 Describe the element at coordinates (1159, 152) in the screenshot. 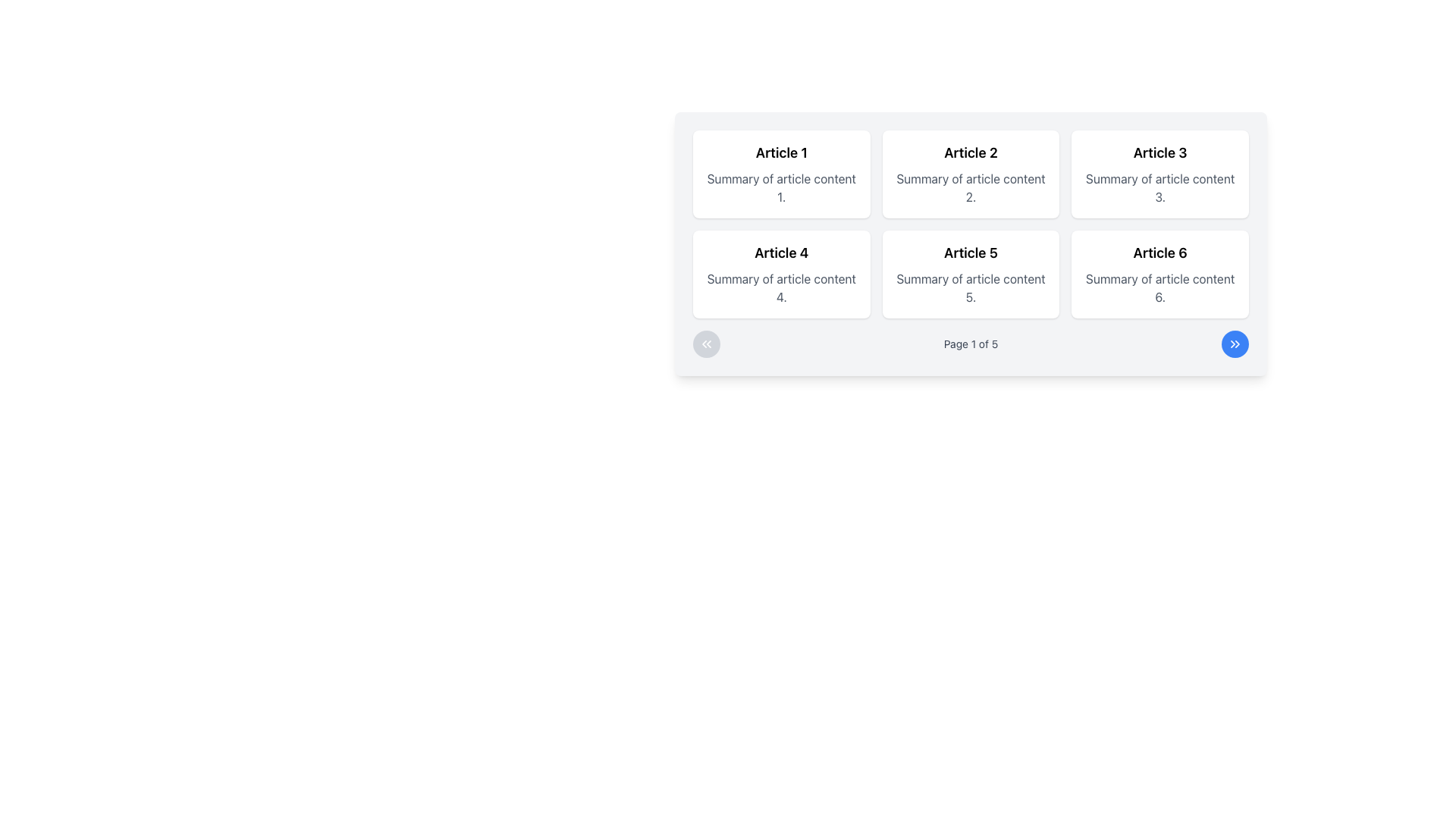

I see `the bold, large text reading 'Article 3' at the top center of the main content within a rectangular card, which is the title of the third grid item in the top row` at that location.